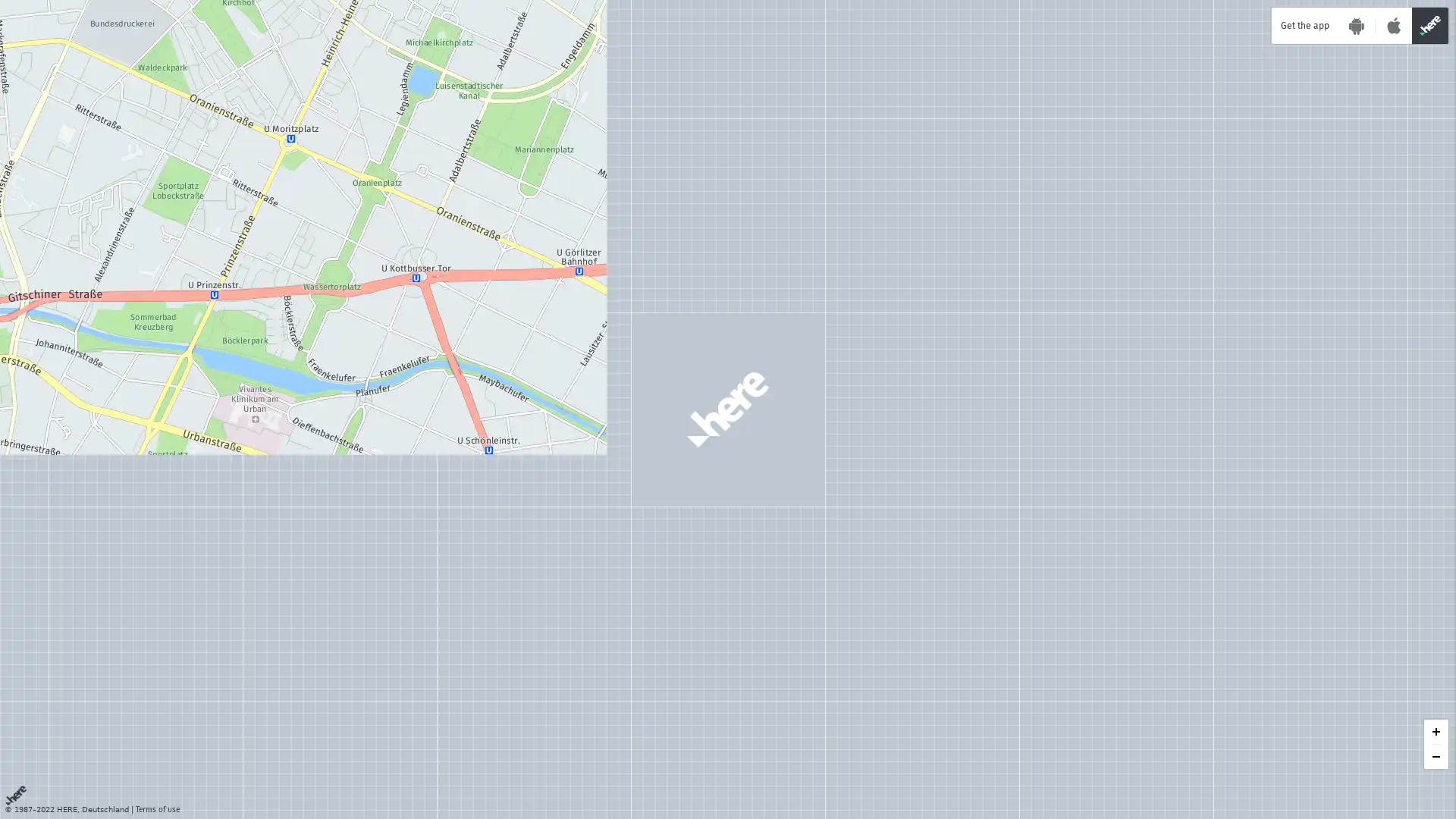 This screenshot has height=819, width=1456. What do you see at coordinates (1378, 700) in the screenshot?
I see `Map view` at bounding box center [1378, 700].